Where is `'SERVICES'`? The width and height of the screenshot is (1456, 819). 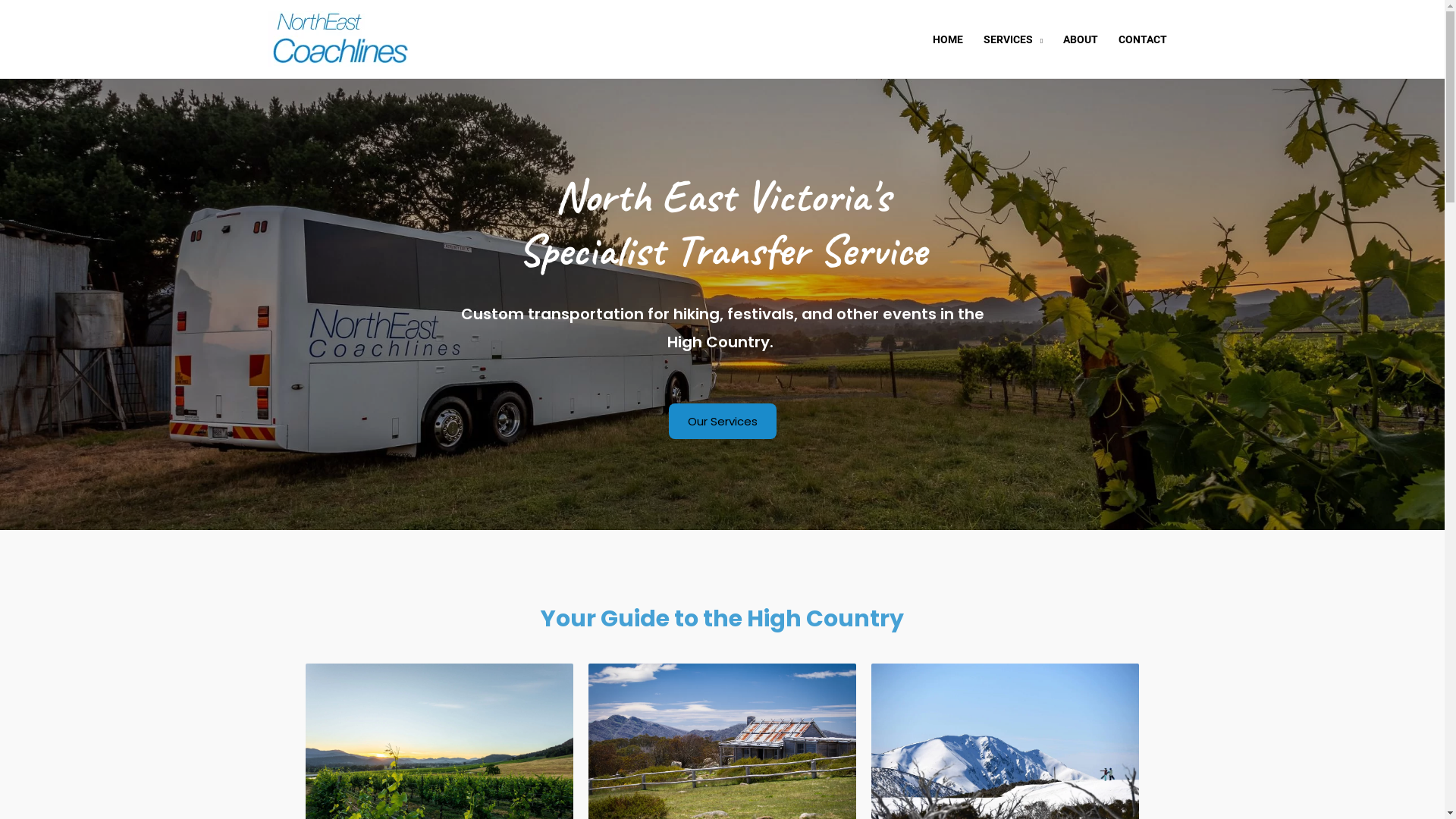 'SERVICES' is located at coordinates (1012, 37).